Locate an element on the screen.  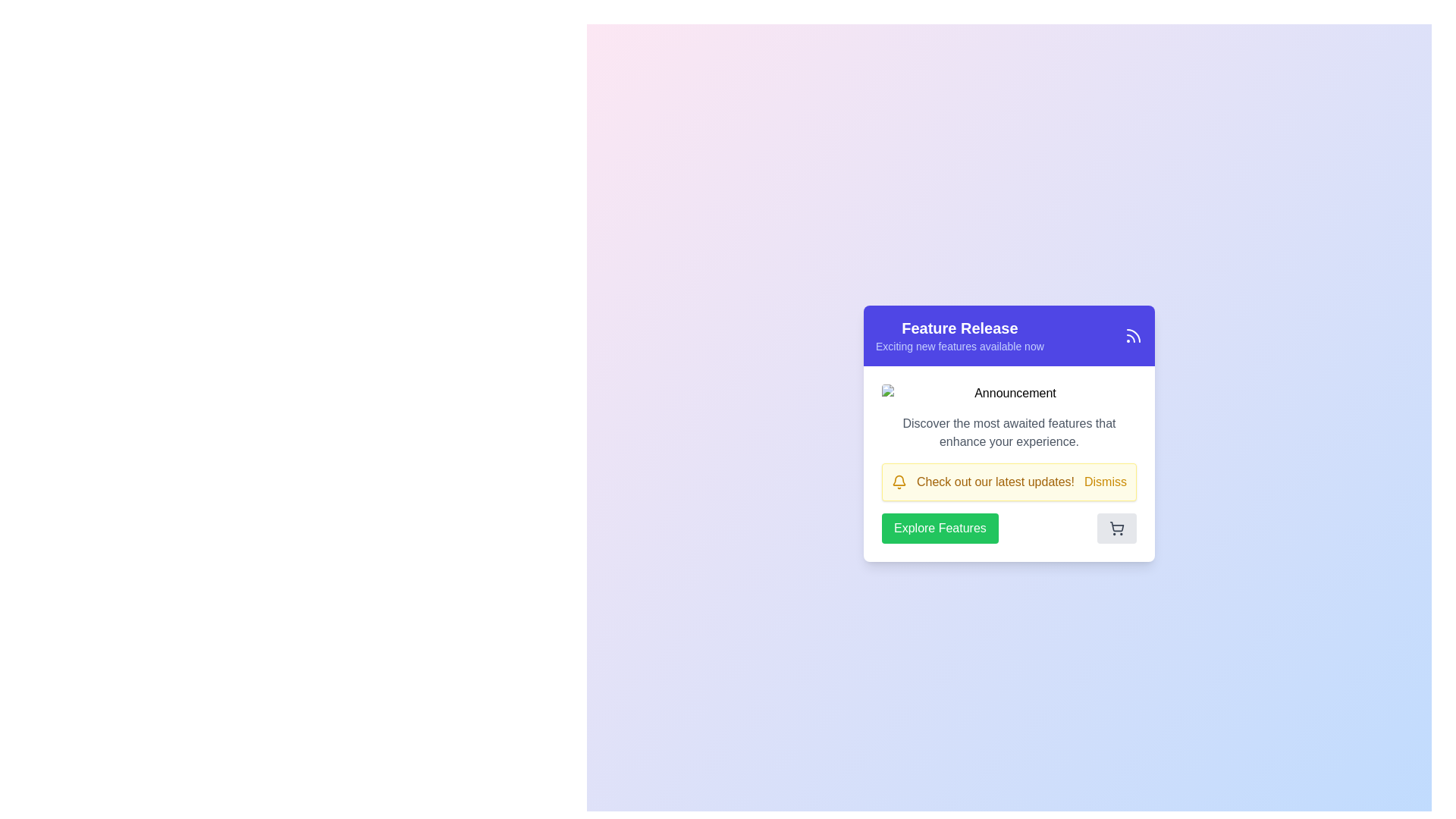
the shopping cart icon located in the lower-right corner of the rounded rectangular button, which is situated underneath the main content and to the right of the green 'Explore Features' button is located at coordinates (1117, 528).